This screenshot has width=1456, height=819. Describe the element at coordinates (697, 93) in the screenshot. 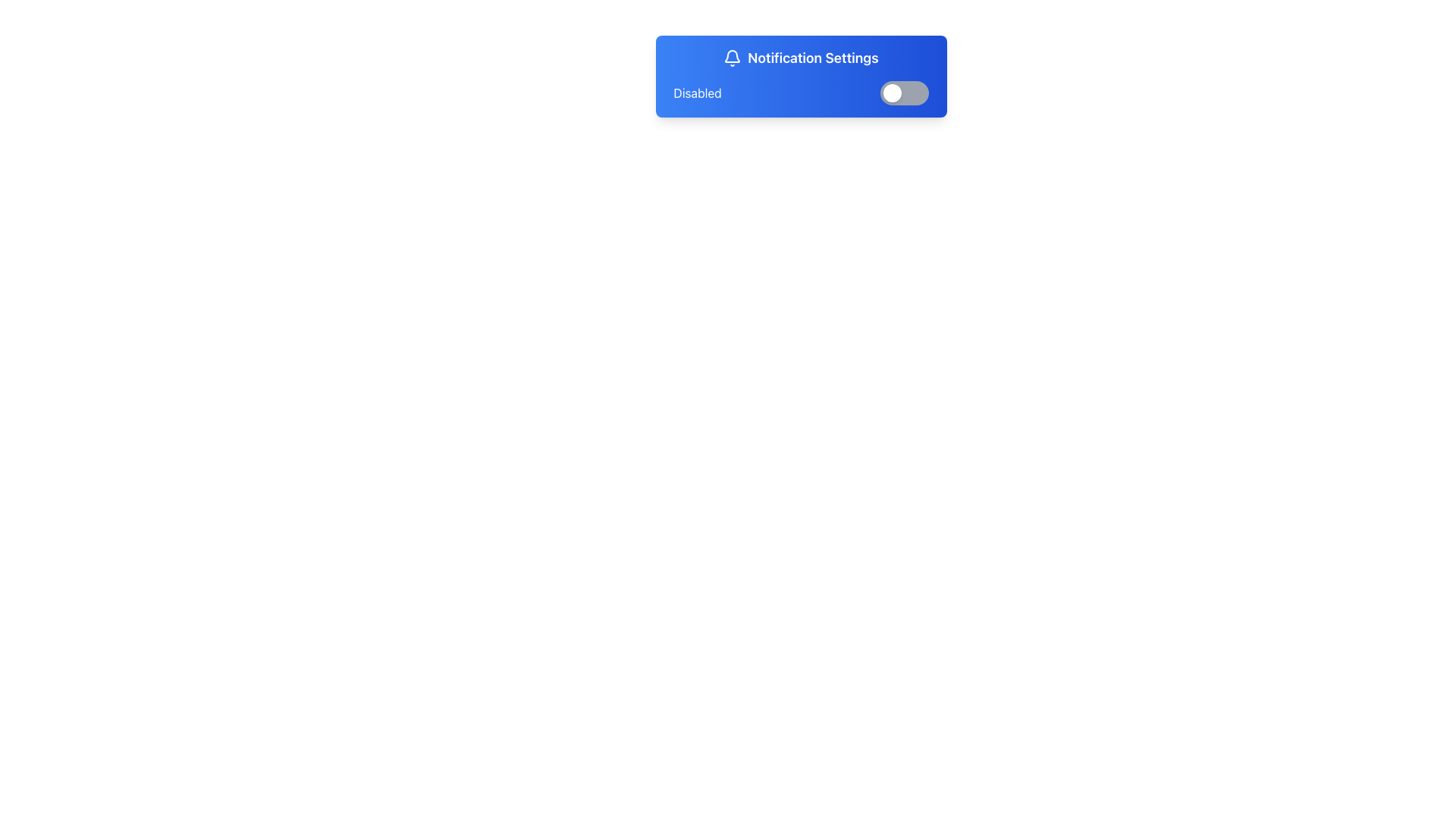

I see `the text label displaying 'Disabled' in white font on a blue background, which is positioned to the left of a toggle switch component` at that location.